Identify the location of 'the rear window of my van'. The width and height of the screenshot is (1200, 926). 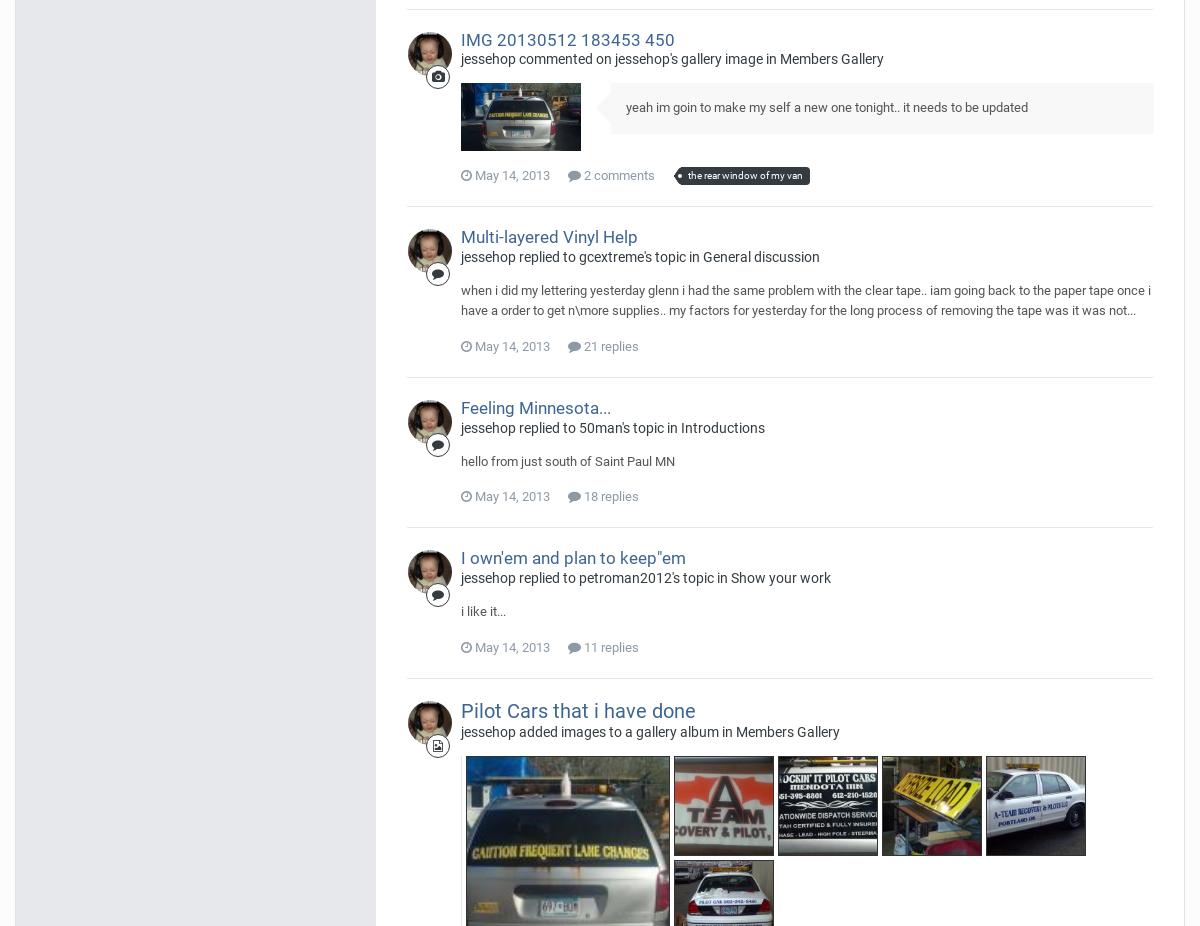
(745, 174).